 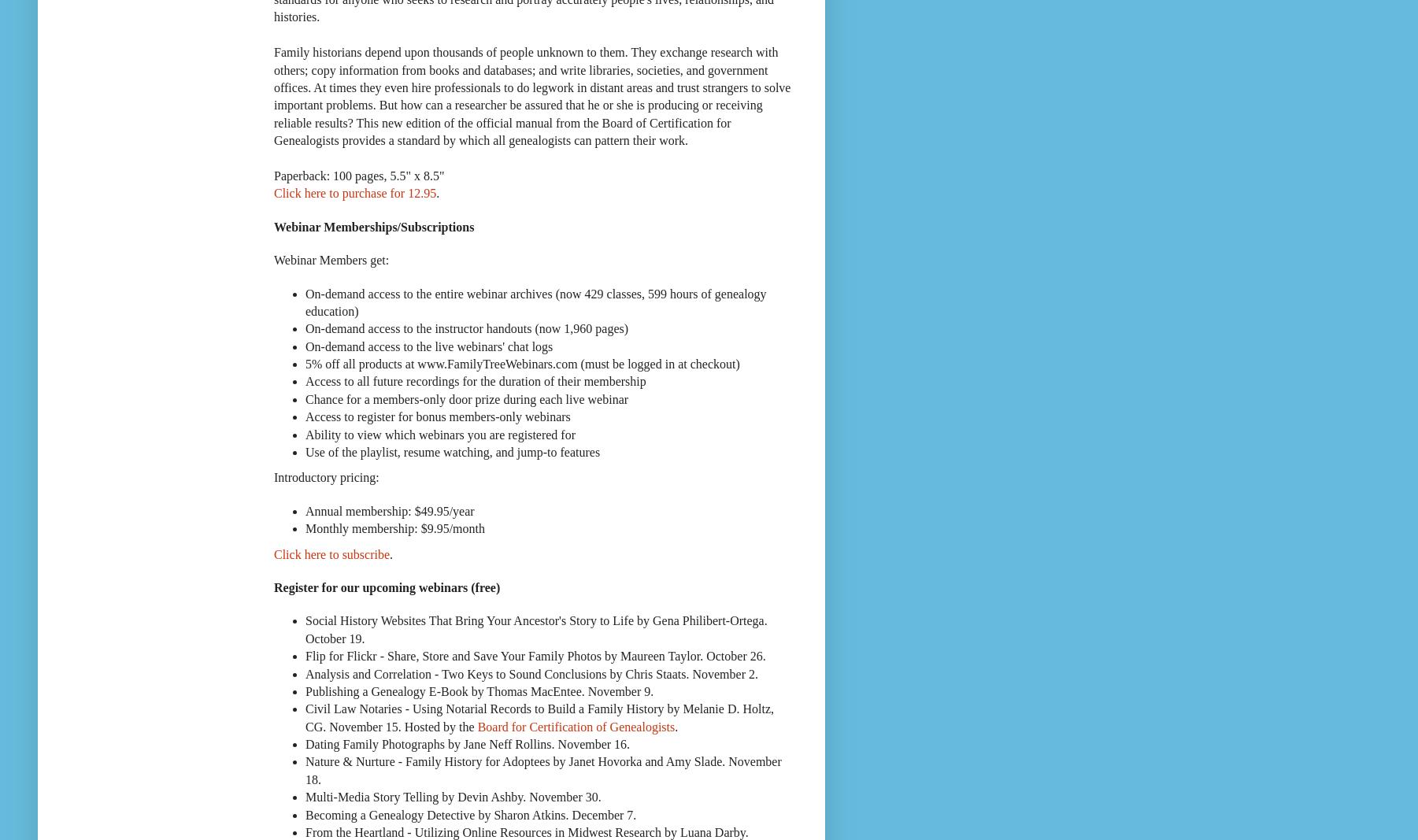 What do you see at coordinates (521, 363) in the screenshot?
I see `'5% off all products at www.FamilyTreeWebinars.com (must be logged in at checkout)'` at bounding box center [521, 363].